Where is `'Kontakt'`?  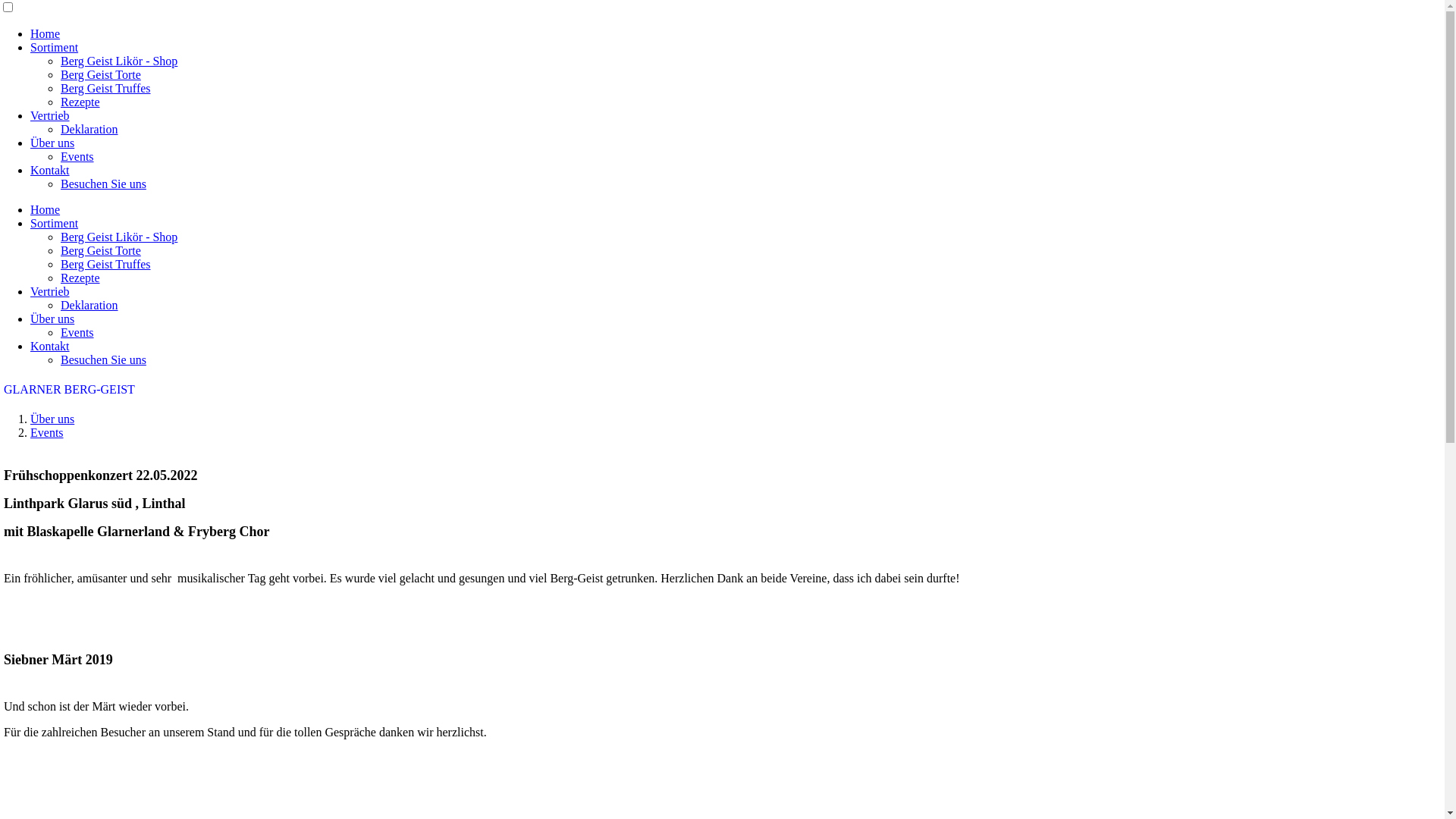
'Kontakt' is located at coordinates (50, 346).